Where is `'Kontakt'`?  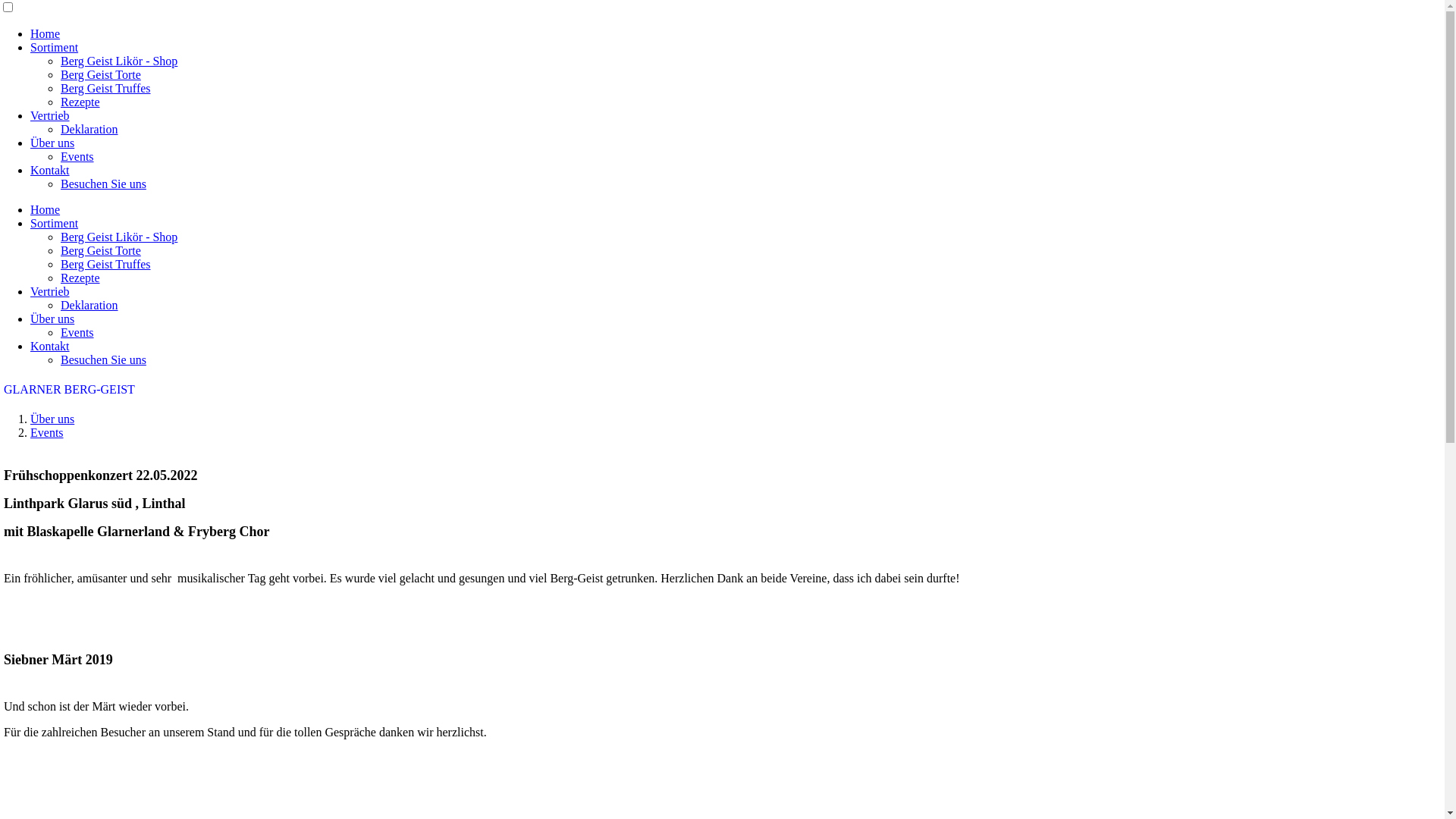
'Kontakt' is located at coordinates (50, 346).